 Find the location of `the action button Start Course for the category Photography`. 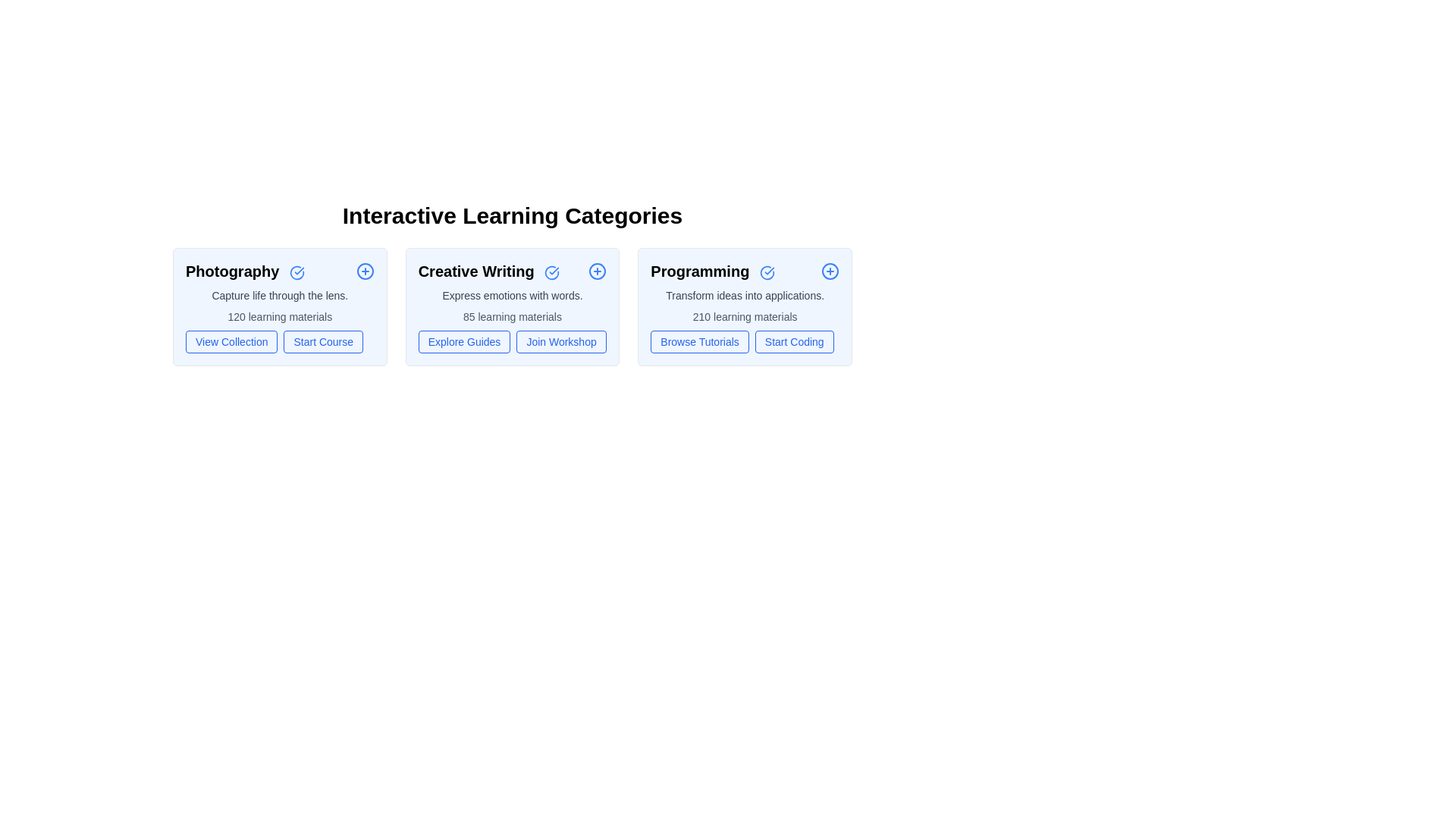

the action button Start Course for the category Photography is located at coordinates (322, 342).